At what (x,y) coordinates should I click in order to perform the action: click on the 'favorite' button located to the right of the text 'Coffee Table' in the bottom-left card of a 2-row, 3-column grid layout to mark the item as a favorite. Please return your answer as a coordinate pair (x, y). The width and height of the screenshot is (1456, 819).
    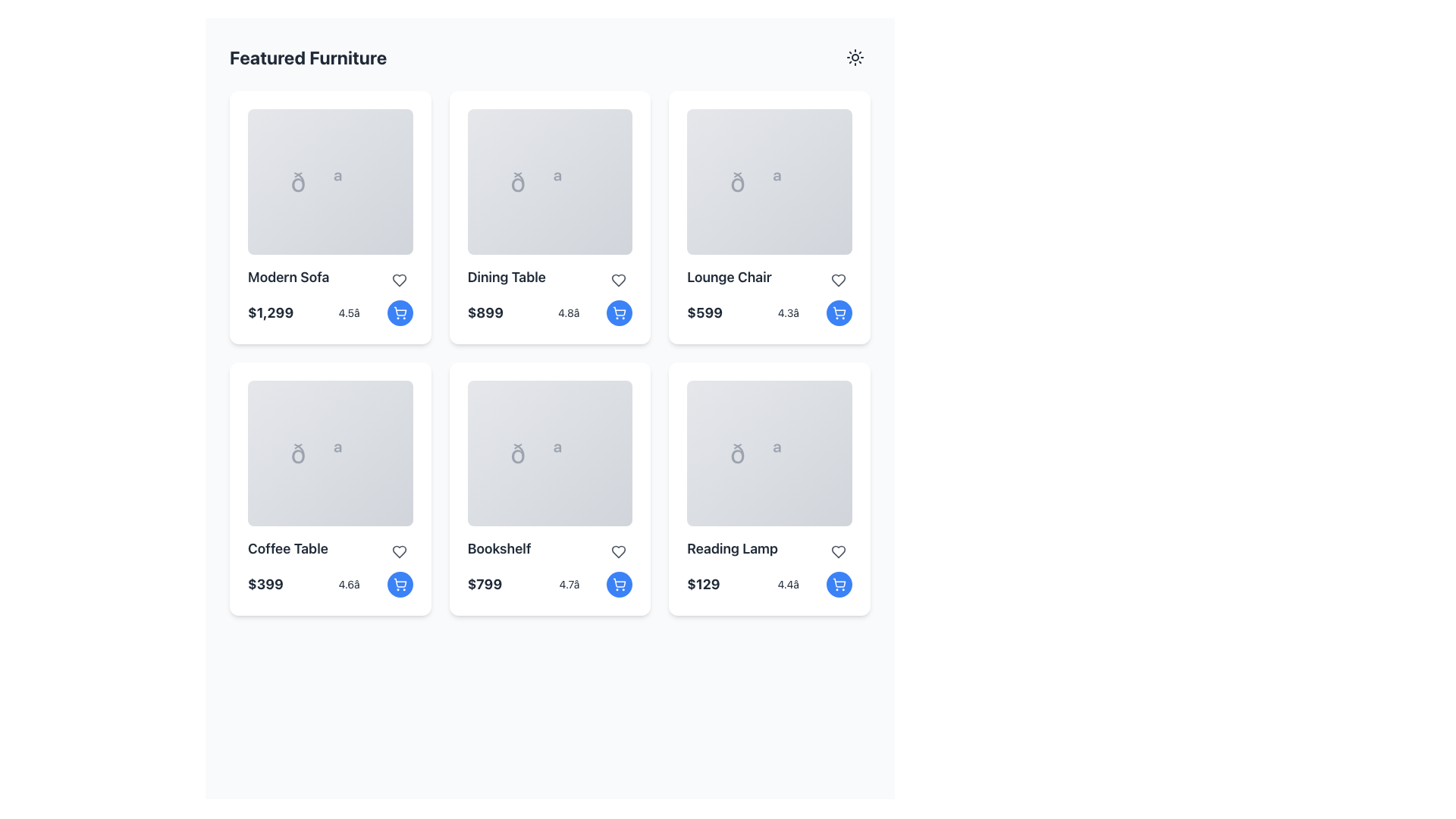
    Looking at the image, I should click on (399, 552).